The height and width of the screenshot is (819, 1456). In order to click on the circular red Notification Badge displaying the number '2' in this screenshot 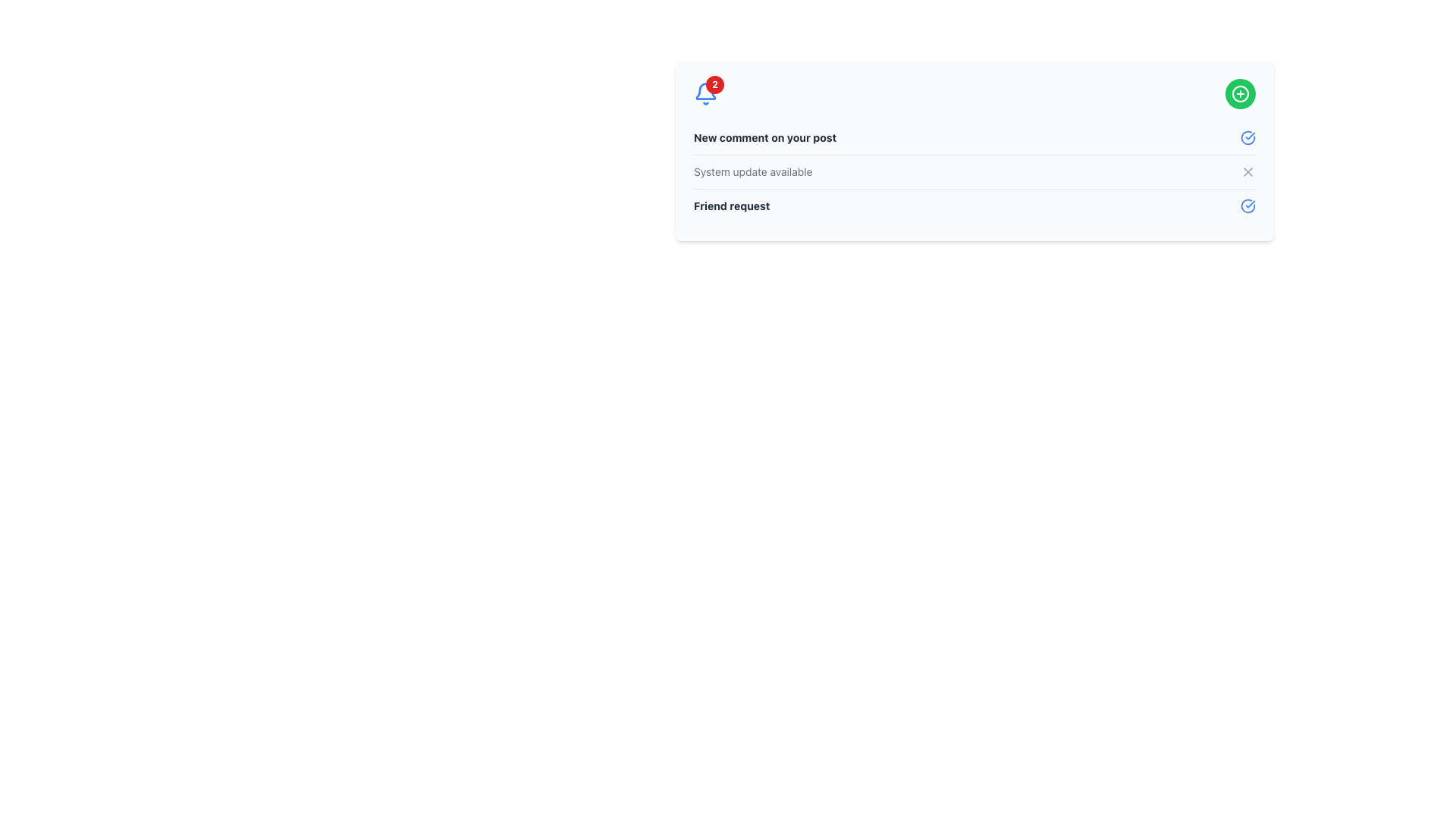, I will do `click(714, 84)`.